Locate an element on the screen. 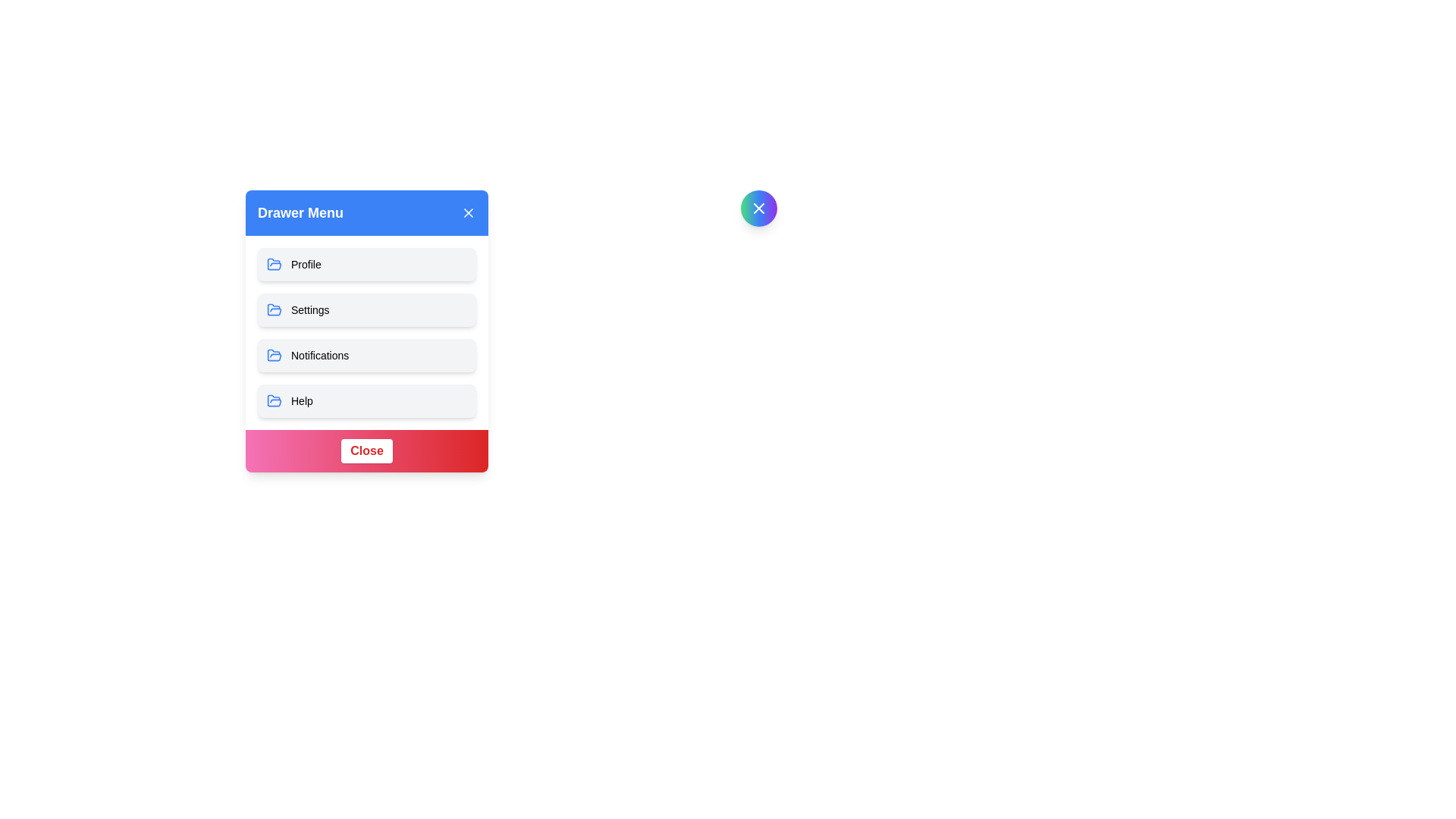 The height and width of the screenshot is (819, 1456). the close button in the top-right corner of the 'Drawer Menu' modal, which is a small square icon with a diagonal cross design is located at coordinates (759, 208).